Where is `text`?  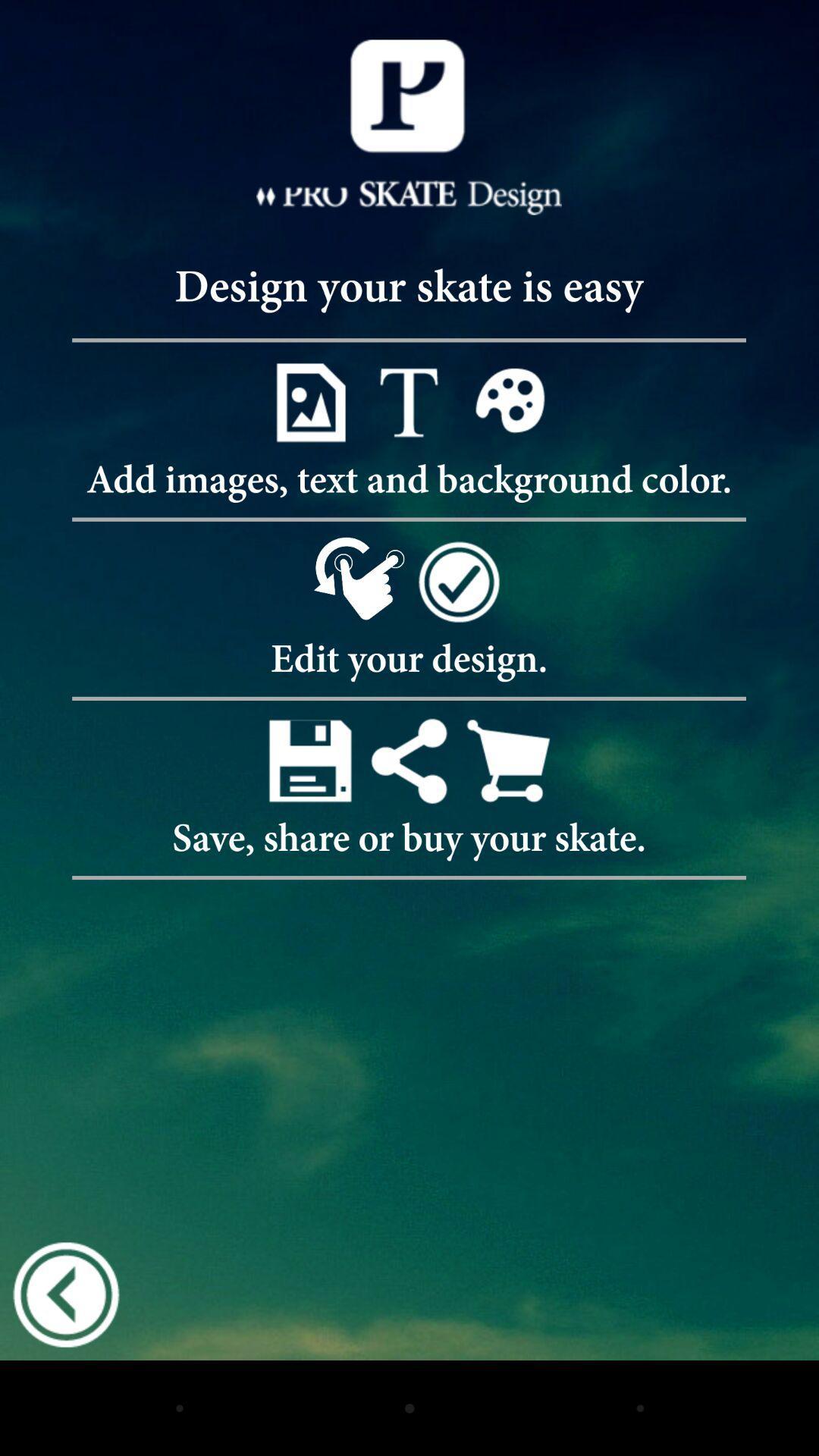
text is located at coordinates (408, 402).